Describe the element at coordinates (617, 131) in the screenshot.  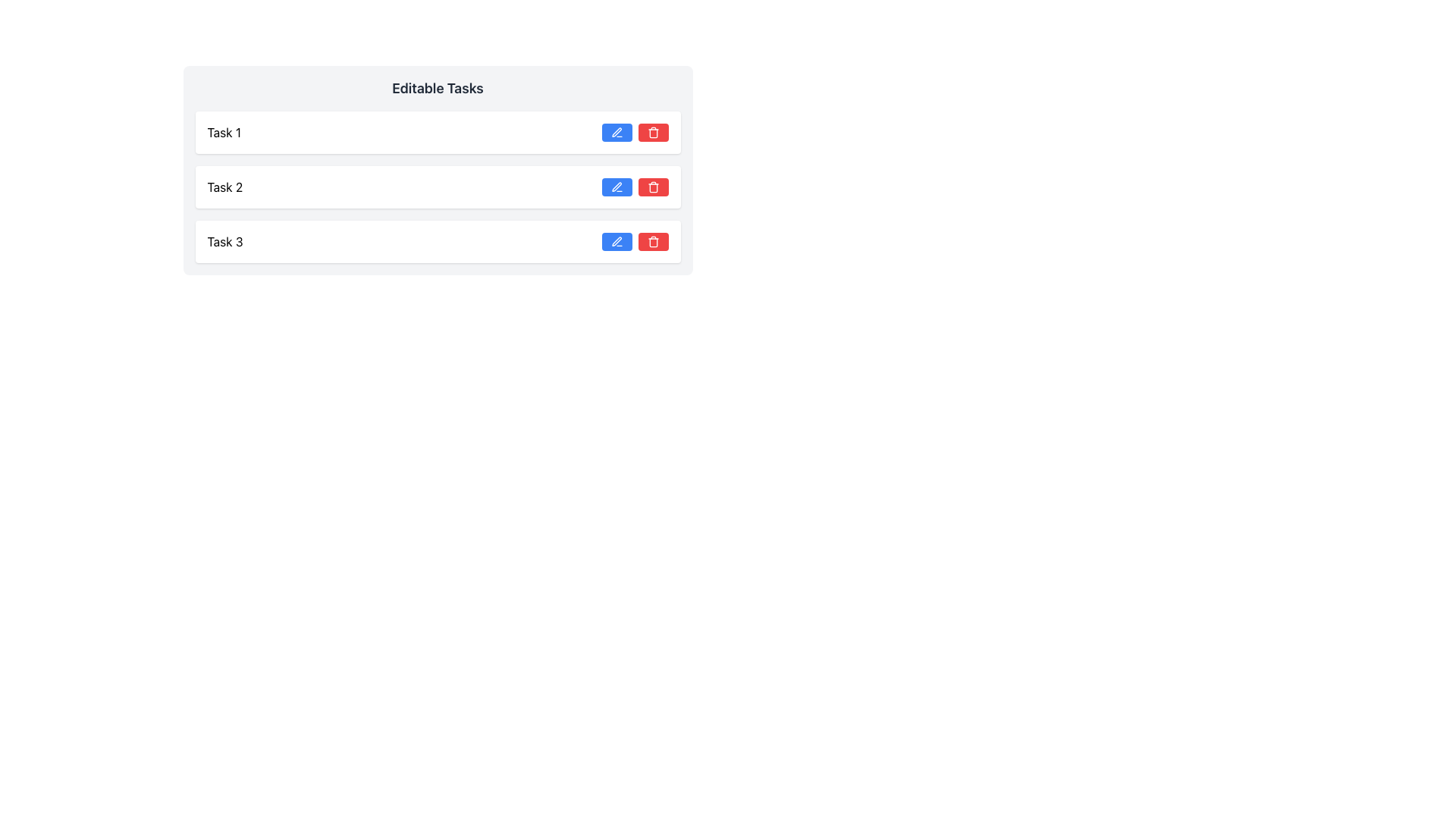
I see `the stylized pen icon located in the first task row to initiate edit mode for the task` at that location.